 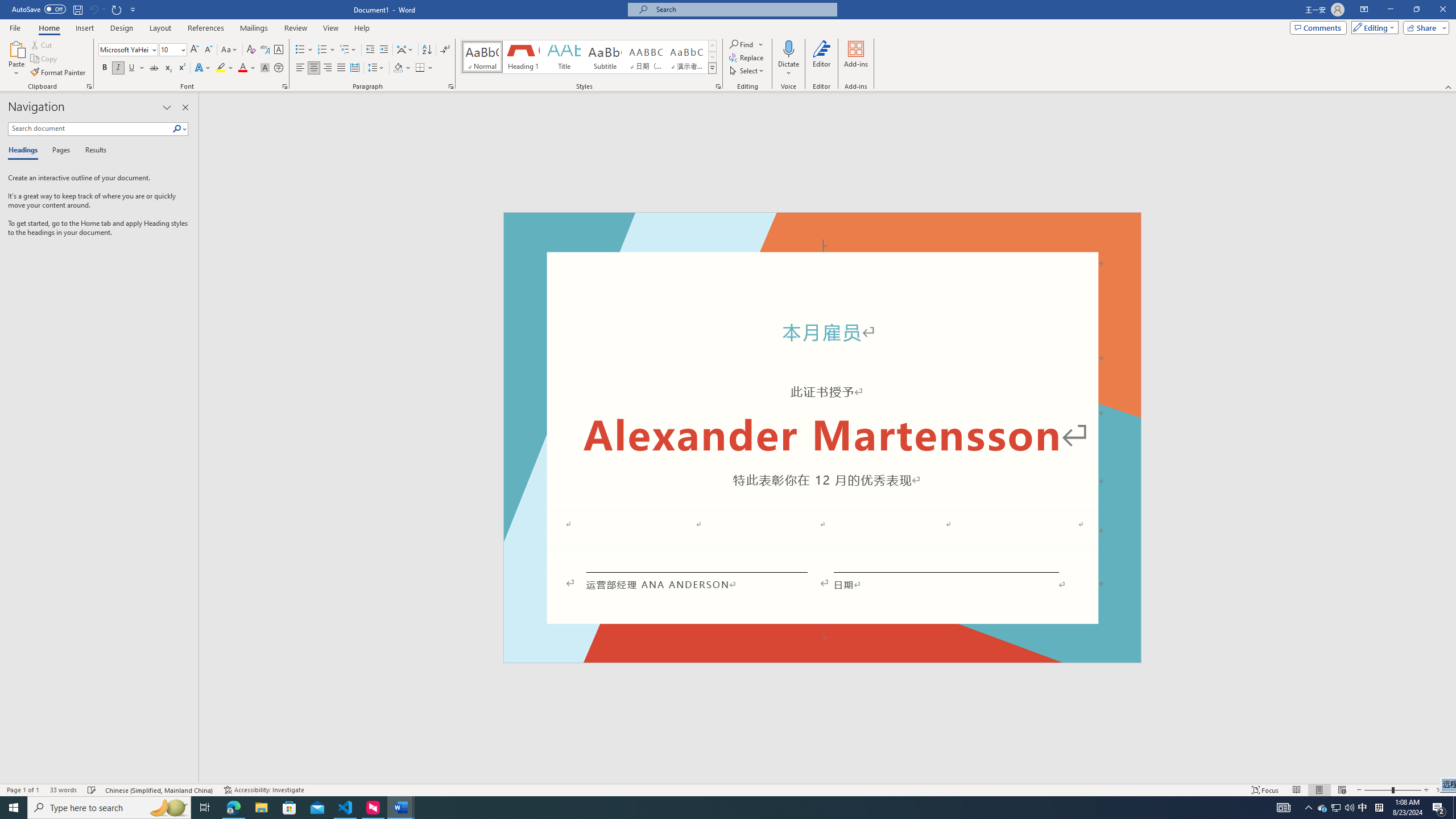 I want to click on 'Font Color Red', so click(x=242, y=67).